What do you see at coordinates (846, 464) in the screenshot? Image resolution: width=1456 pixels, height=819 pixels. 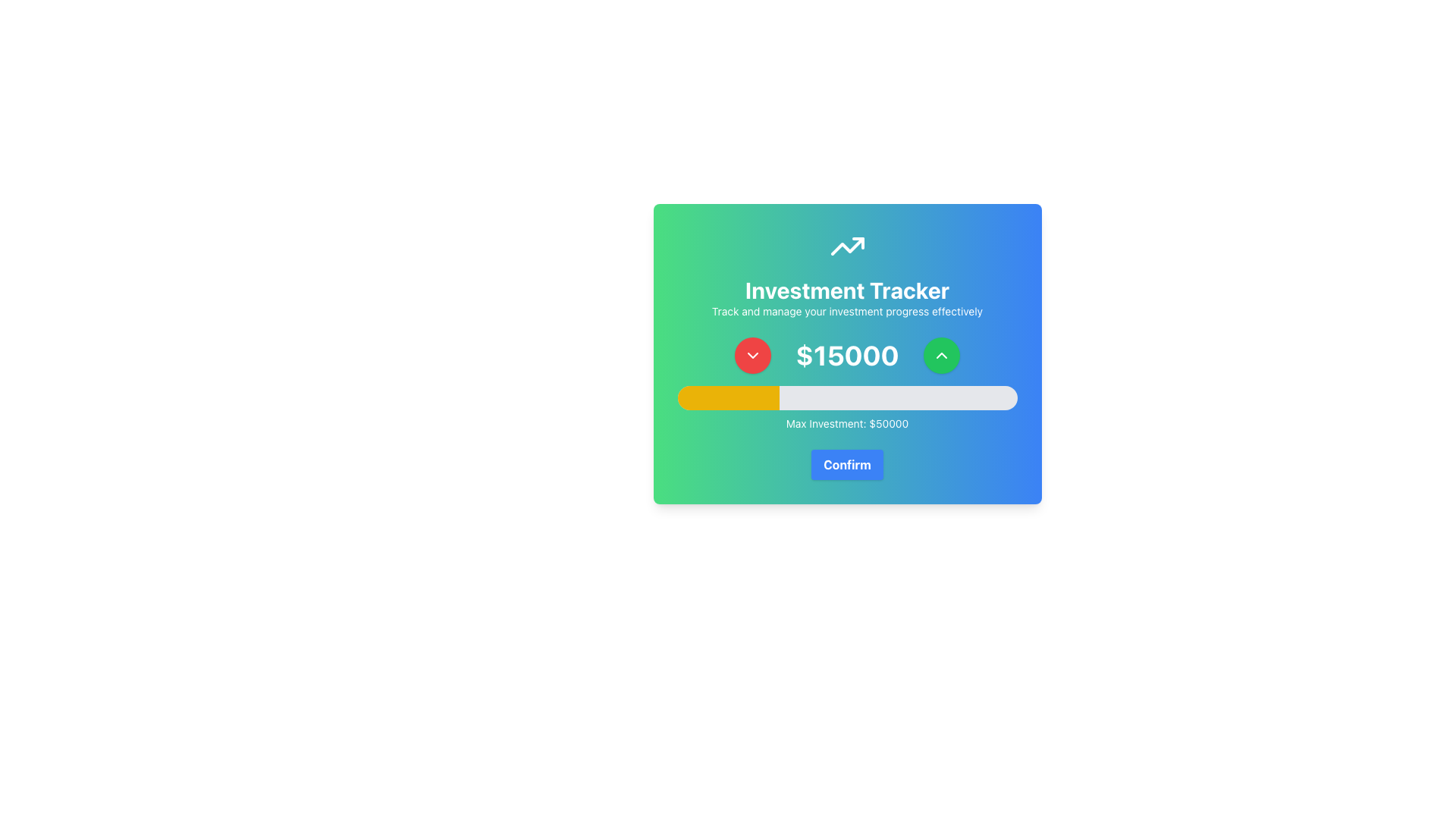 I see `the 'Confirm' button with a blue background and bold text located at the bottom of the investment tracking panel to confirm the inputs` at bounding box center [846, 464].